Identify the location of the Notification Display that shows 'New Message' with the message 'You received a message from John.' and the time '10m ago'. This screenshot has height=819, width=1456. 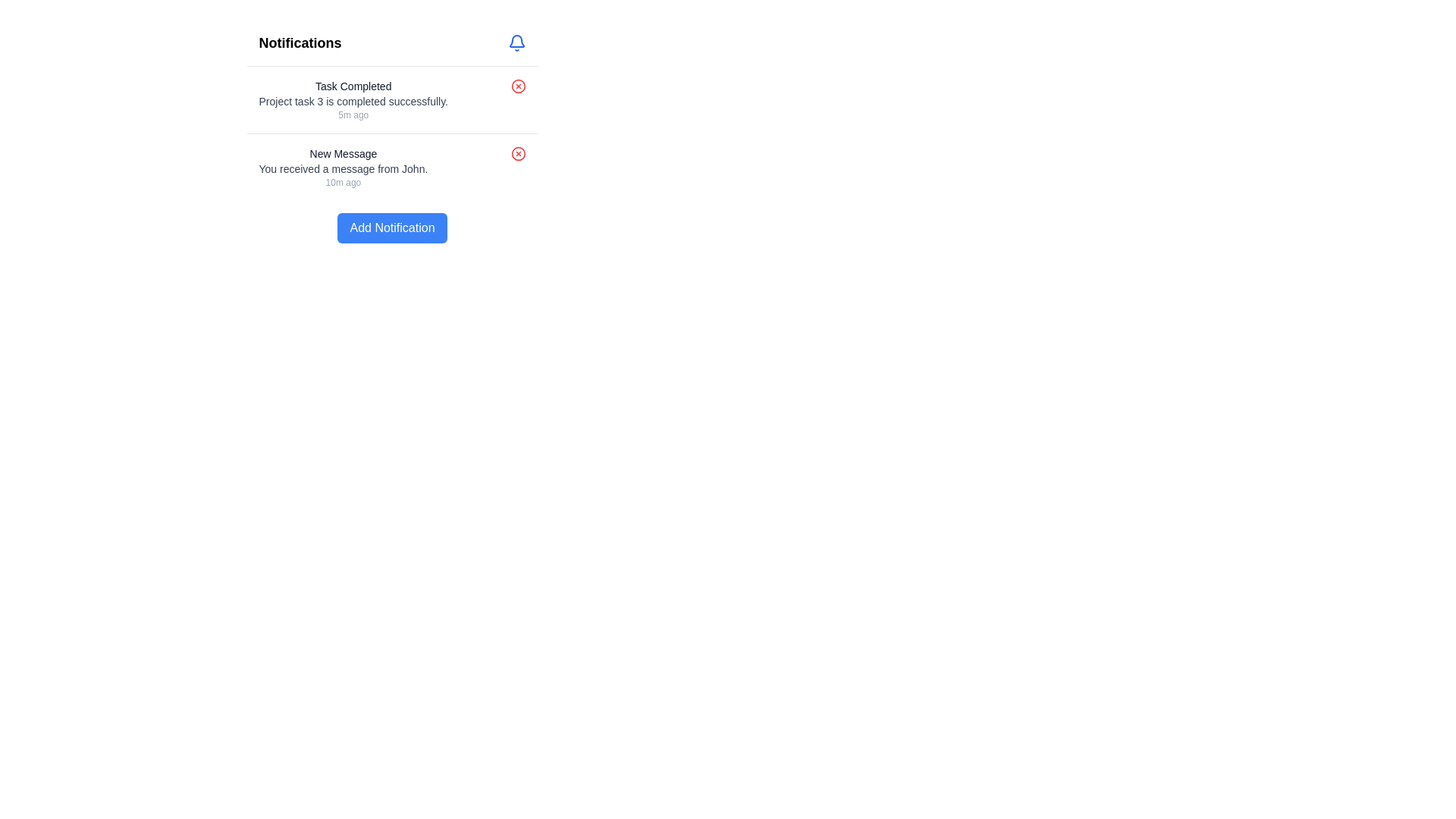
(342, 167).